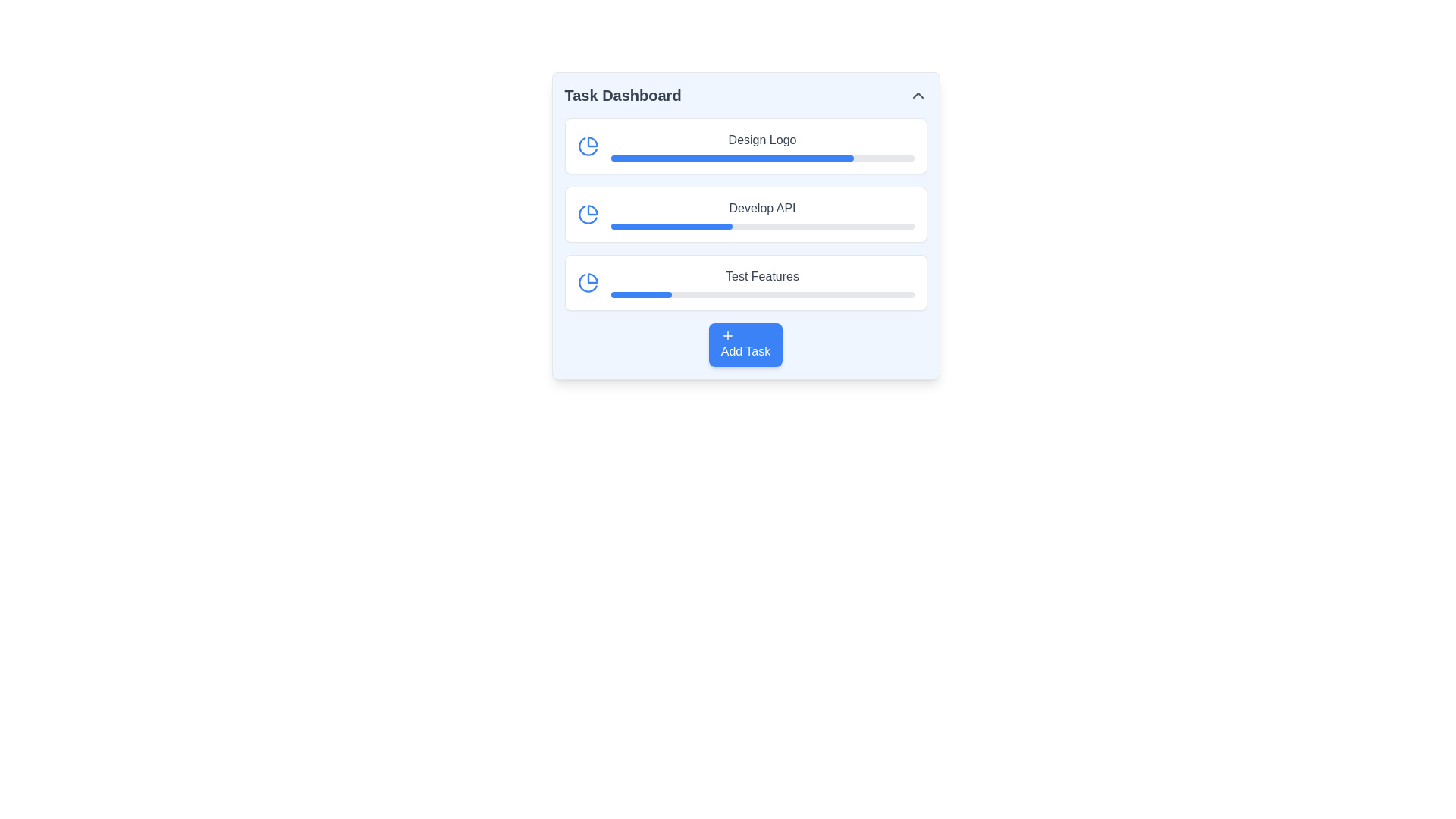 The height and width of the screenshot is (819, 1456). Describe the element at coordinates (745, 345) in the screenshot. I see `the button located at the bottom-center of the 'Task Dashboard' panel` at that location.